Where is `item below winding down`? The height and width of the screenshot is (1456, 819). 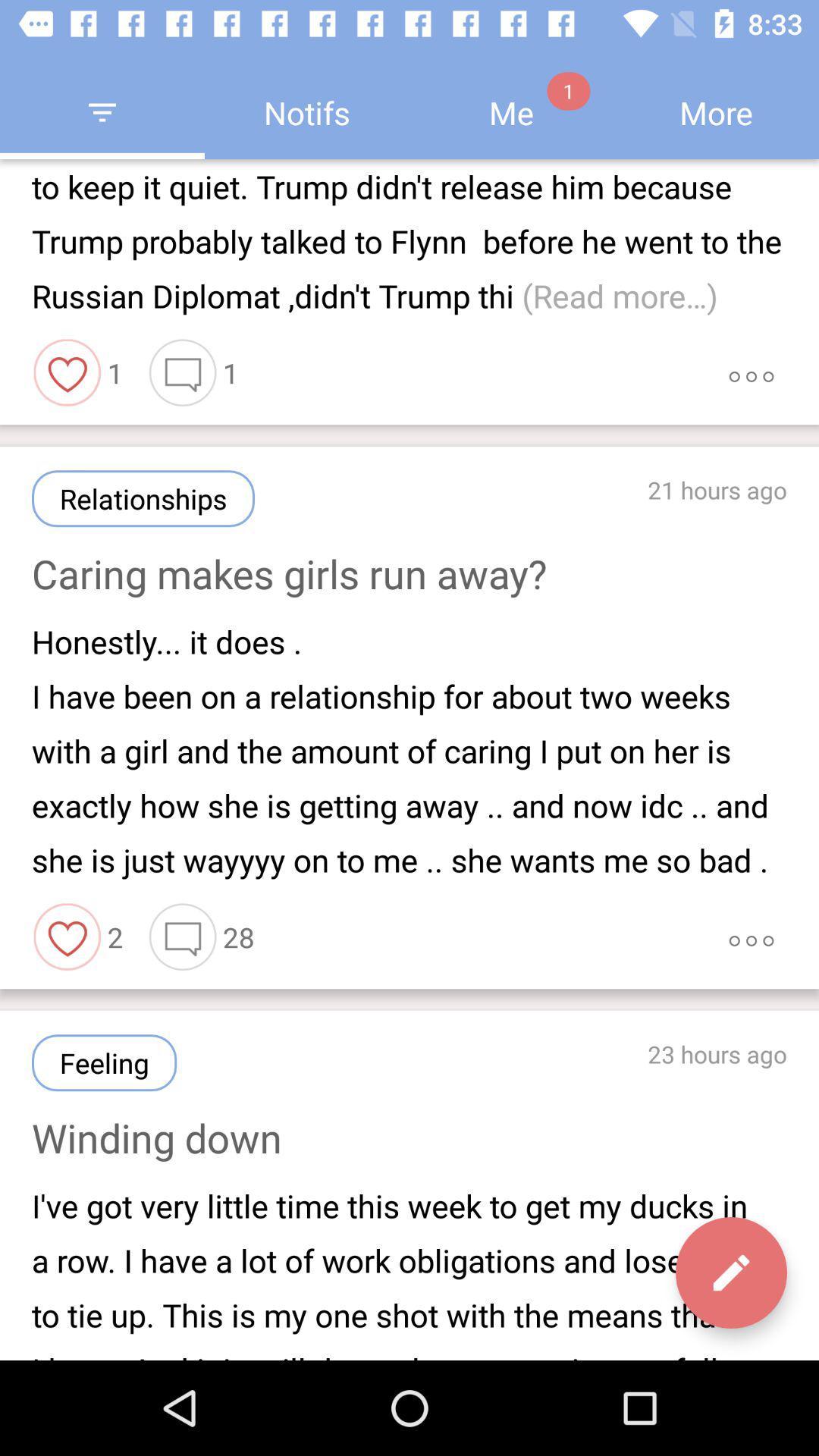
item below winding down is located at coordinates (409, 1272).